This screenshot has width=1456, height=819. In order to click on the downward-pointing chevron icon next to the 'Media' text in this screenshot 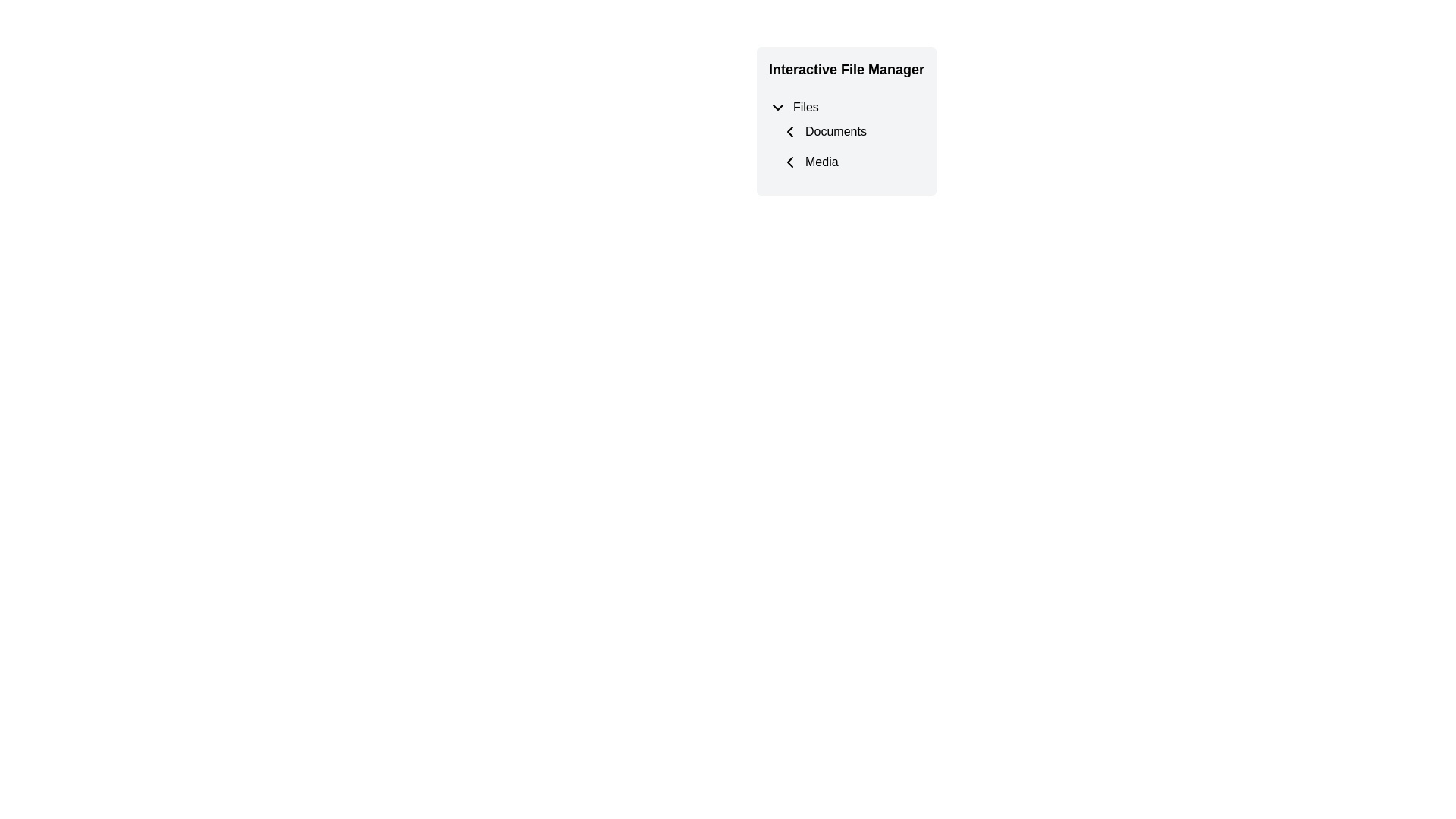, I will do `click(789, 162)`.